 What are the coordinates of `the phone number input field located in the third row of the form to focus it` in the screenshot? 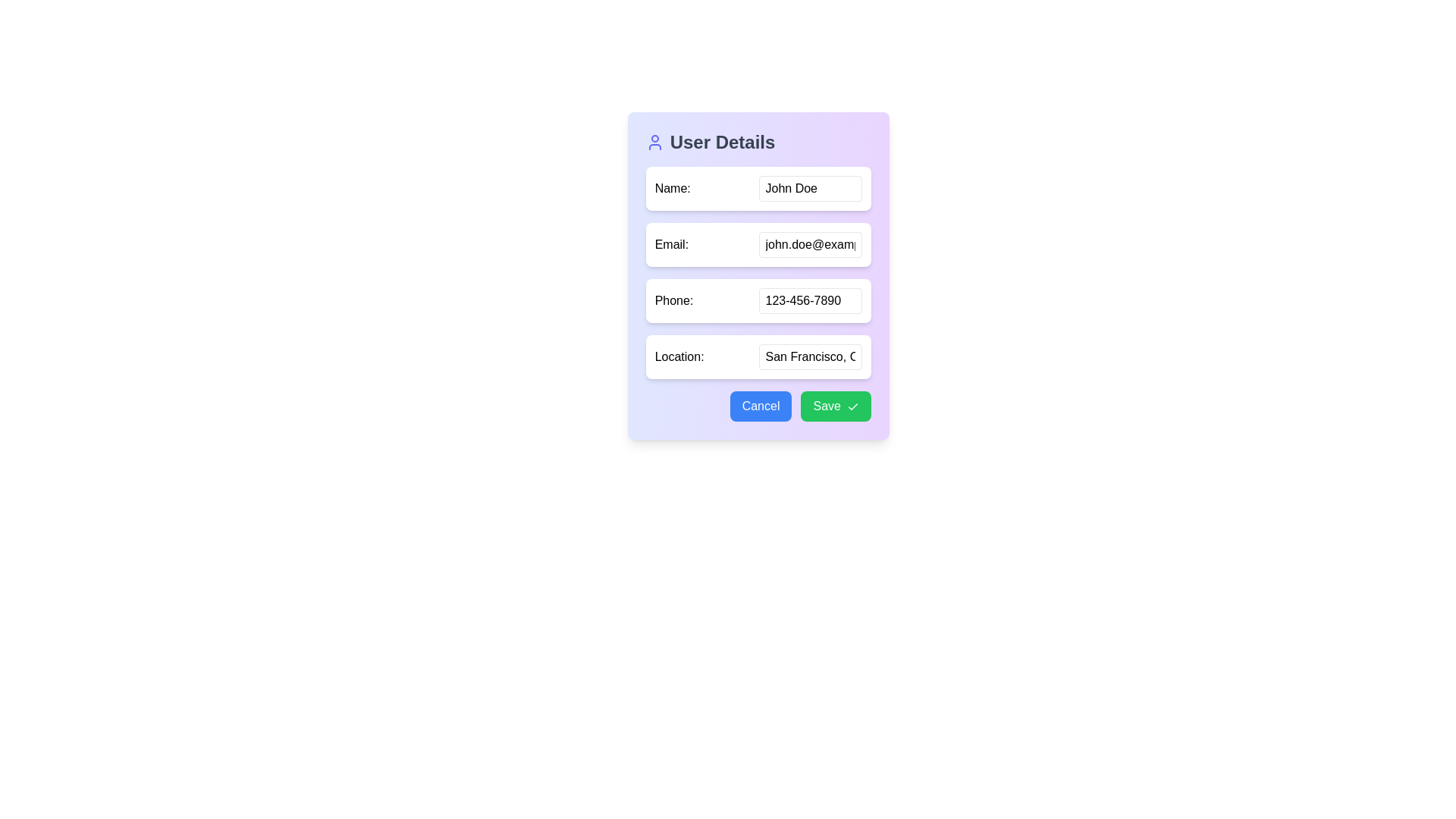 It's located at (758, 301).